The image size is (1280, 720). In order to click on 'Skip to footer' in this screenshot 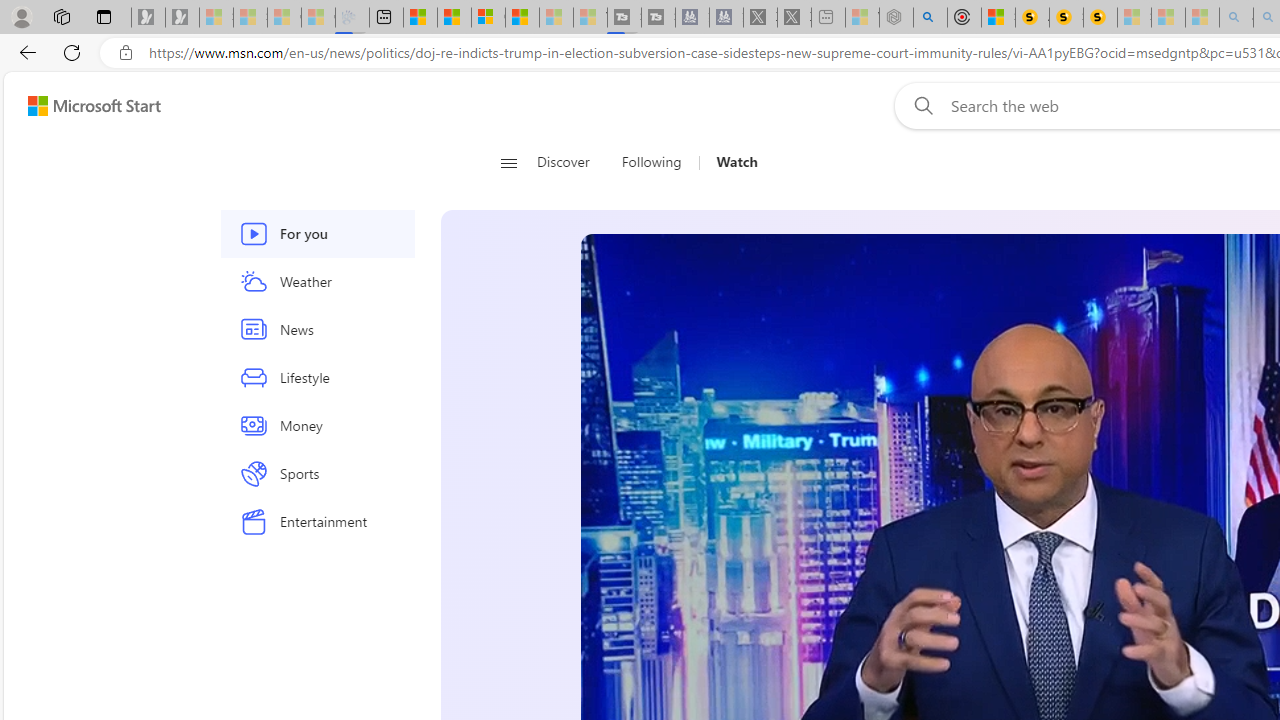, I will do `click(81, 105)`.